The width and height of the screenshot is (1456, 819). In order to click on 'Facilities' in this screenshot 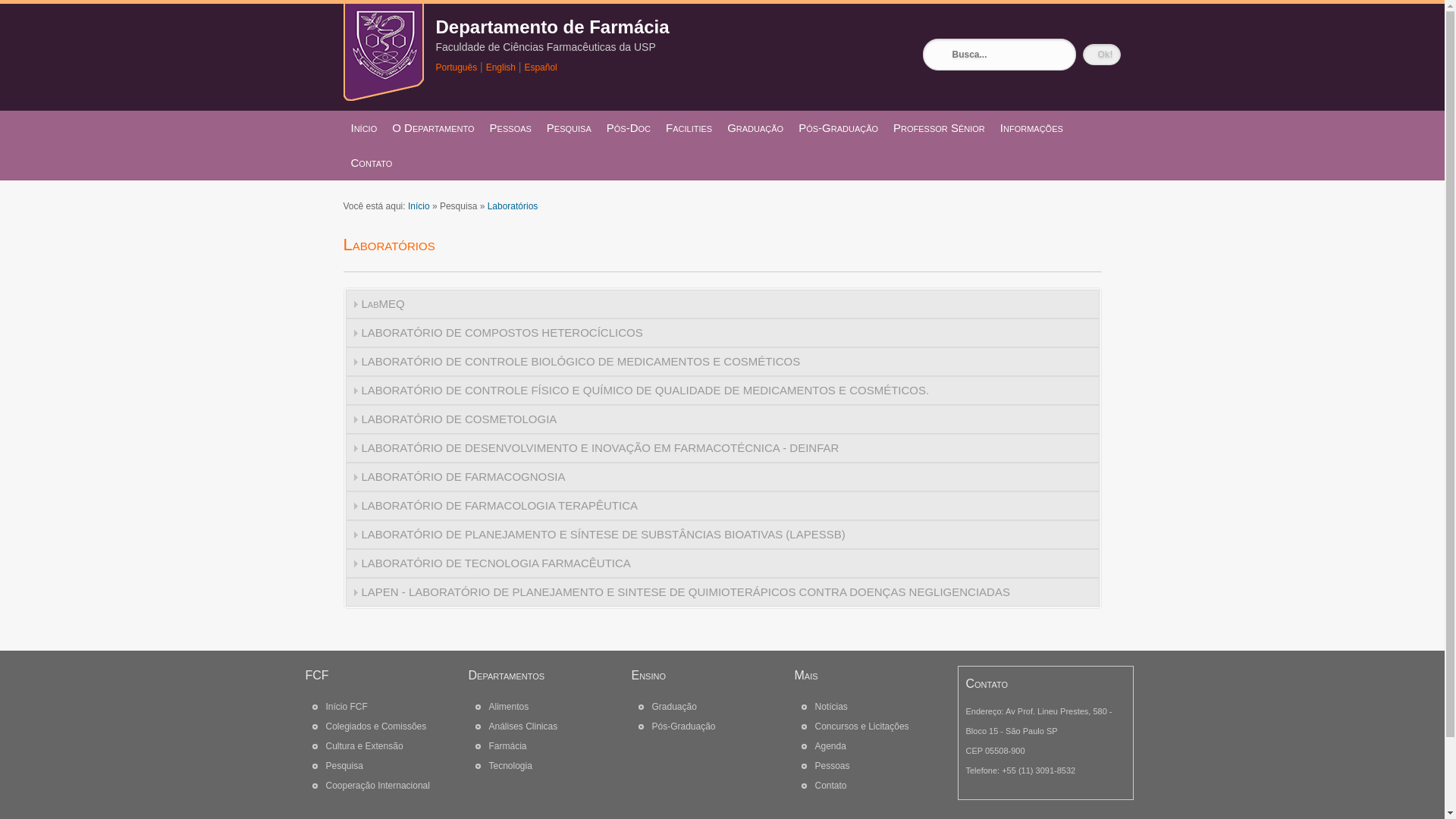, I will do `click(688, 127)`.